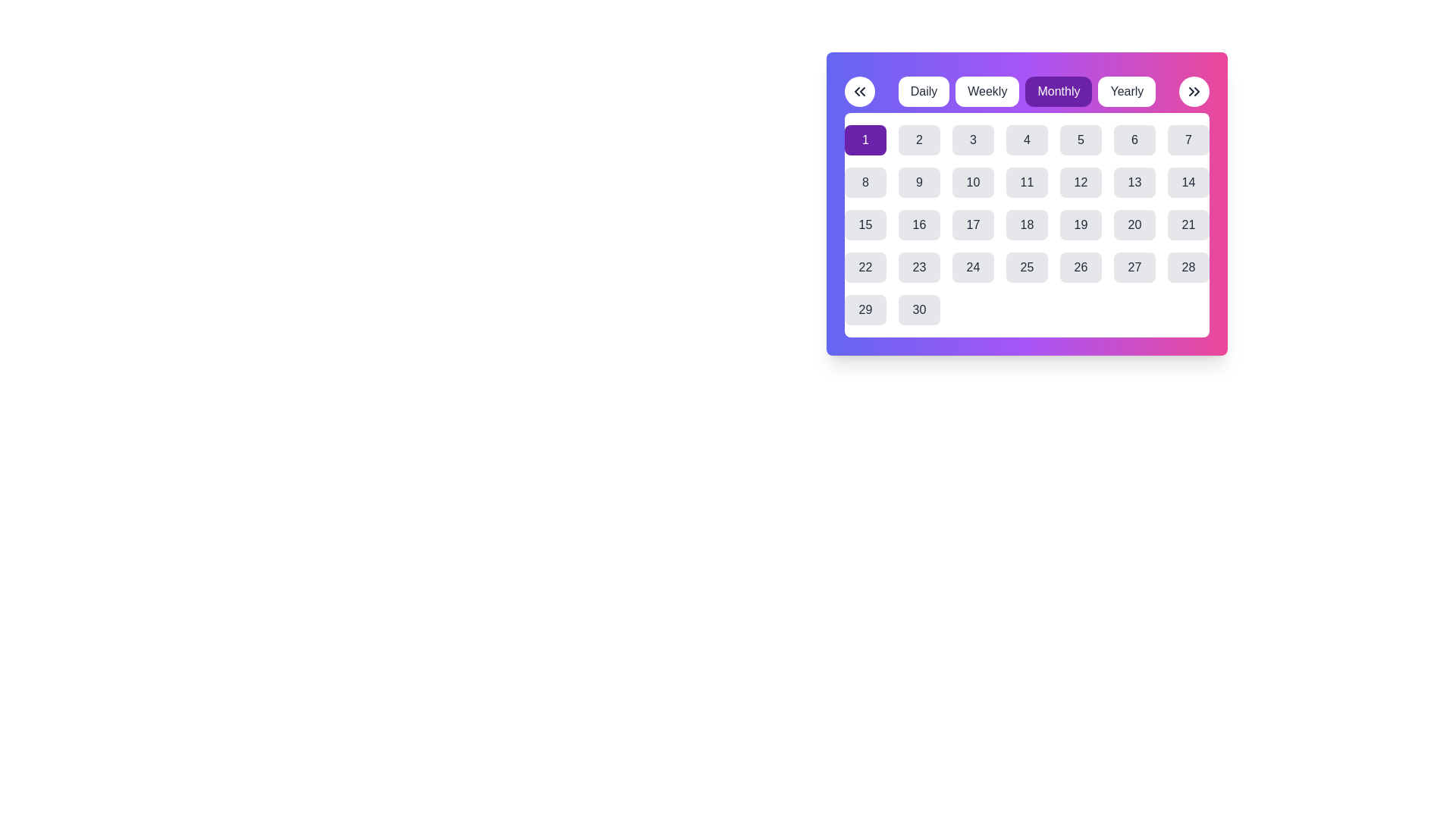 This screenshot has width=1456, height=819. I want to click on the 'Monthly' button, so click(1058, 91).